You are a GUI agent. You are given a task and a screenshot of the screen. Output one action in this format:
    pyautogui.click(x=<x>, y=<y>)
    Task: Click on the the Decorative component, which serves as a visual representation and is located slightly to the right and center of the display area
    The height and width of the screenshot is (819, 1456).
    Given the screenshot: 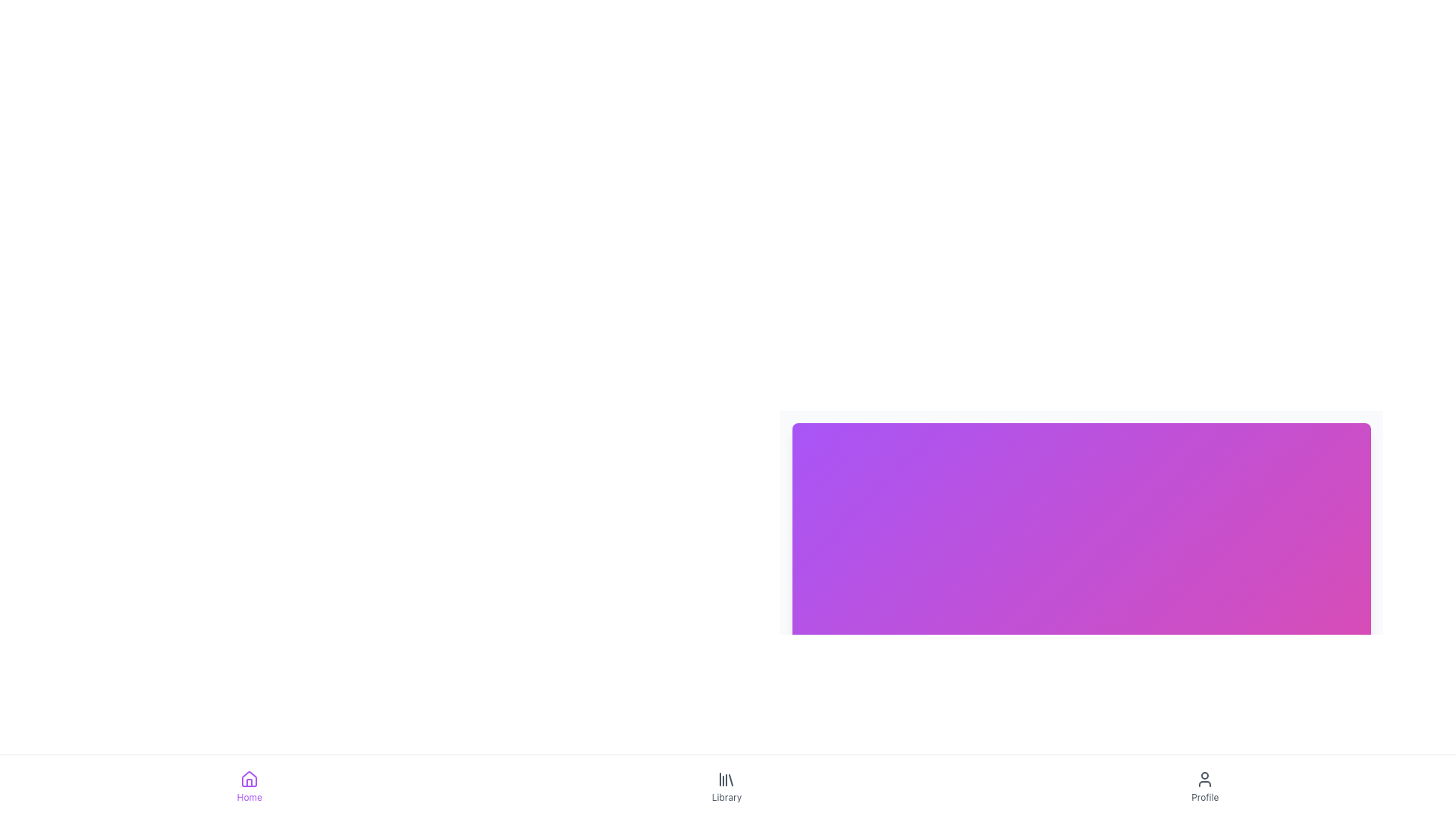 What is the action you would take?
    pyautogui.click(x=1081, y=513)
    